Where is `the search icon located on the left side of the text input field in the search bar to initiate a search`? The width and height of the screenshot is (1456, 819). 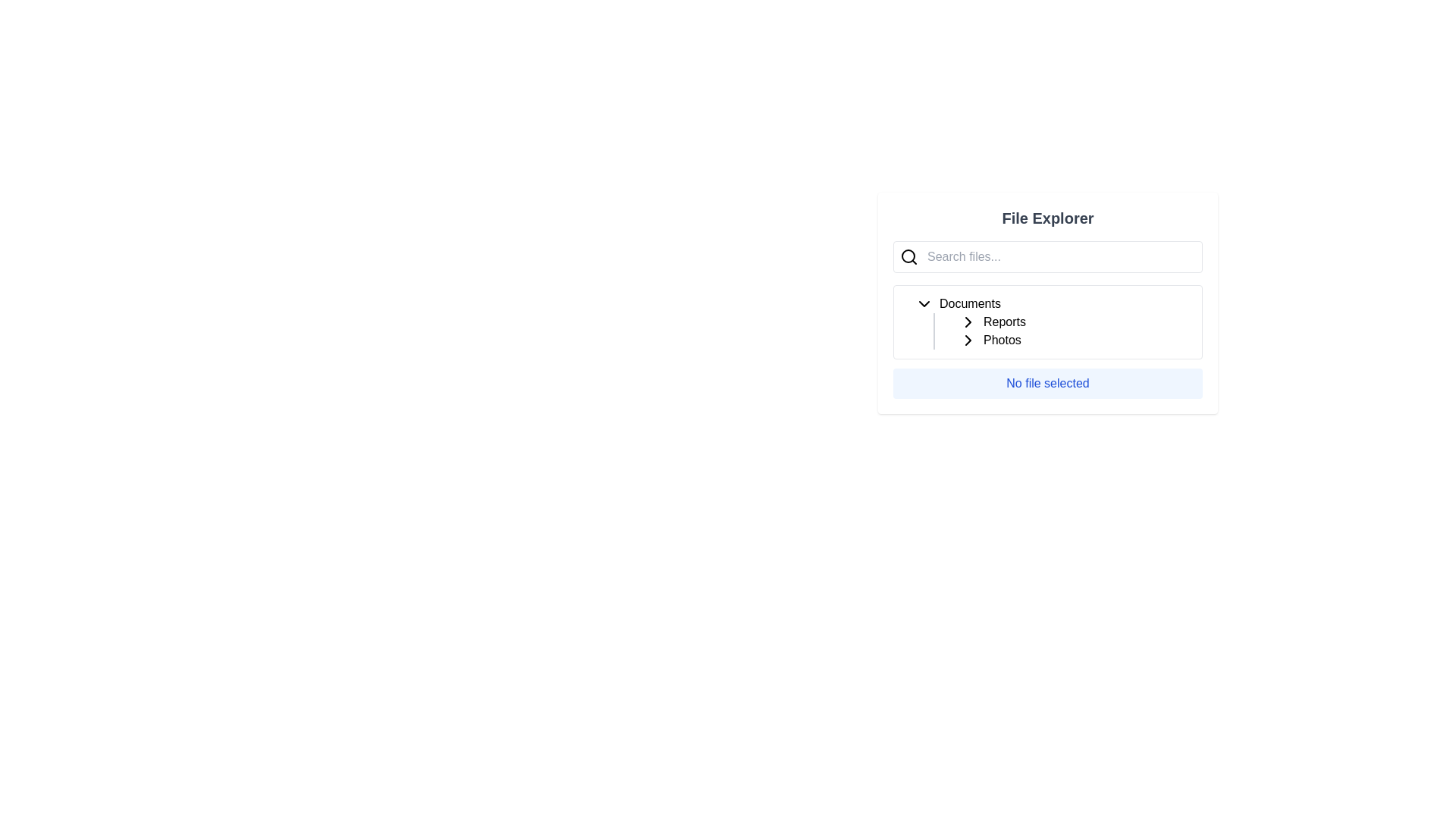
the search icon located on the left side of the text input field in the search bar to initiate a search is located at coordinates (909, 256).